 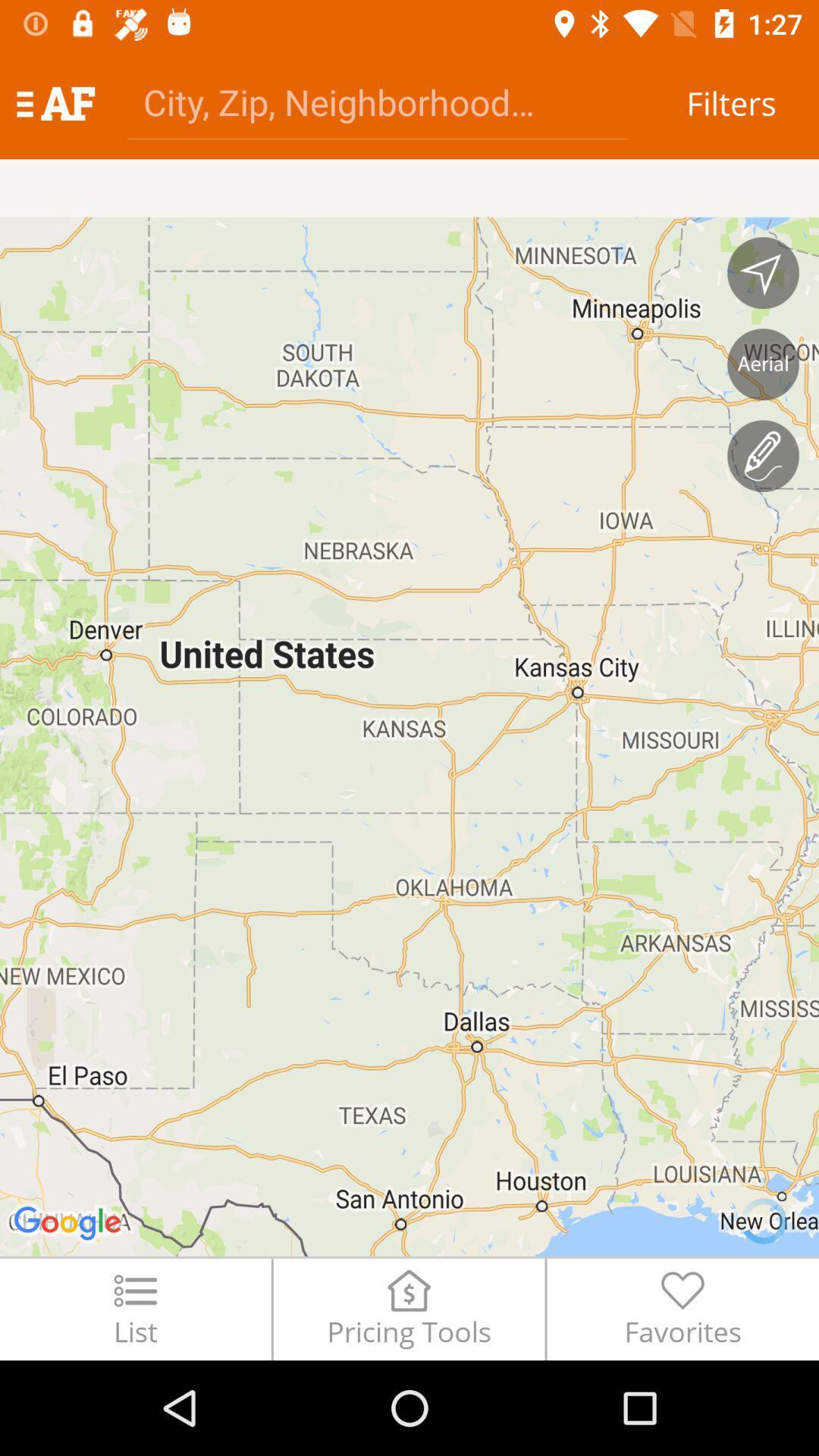 What do you see at coordinates (763, 364) in the screenshot?
I see `aerial view of the map` at bounding box center [763, 364].